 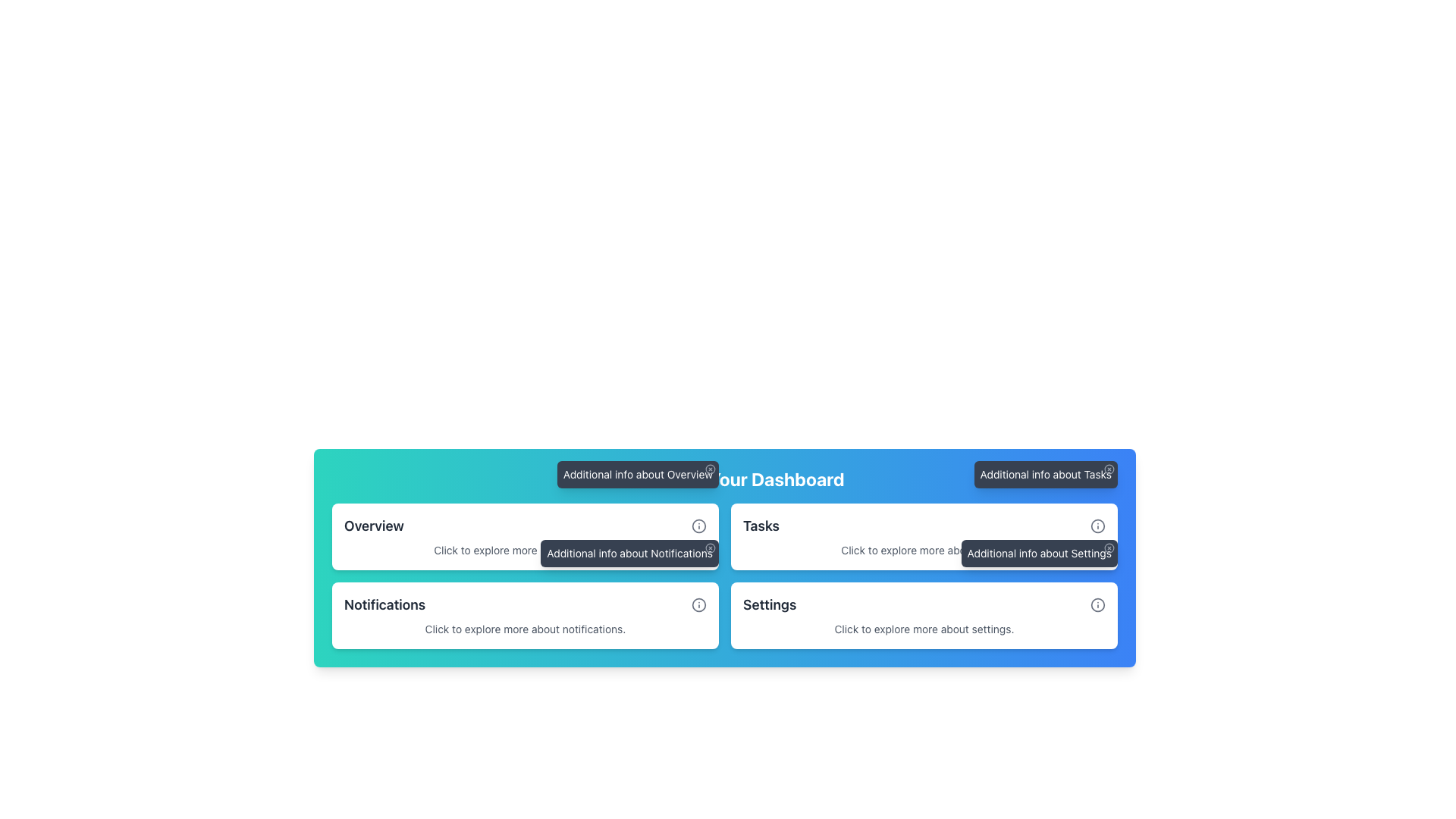 What do you see at coordinates (924, 550) in the screenshot?
I see `the informational text label located at the bottom of the 'Tasks' card, which provides guidance related to task features` at bounding box center [924, 550].